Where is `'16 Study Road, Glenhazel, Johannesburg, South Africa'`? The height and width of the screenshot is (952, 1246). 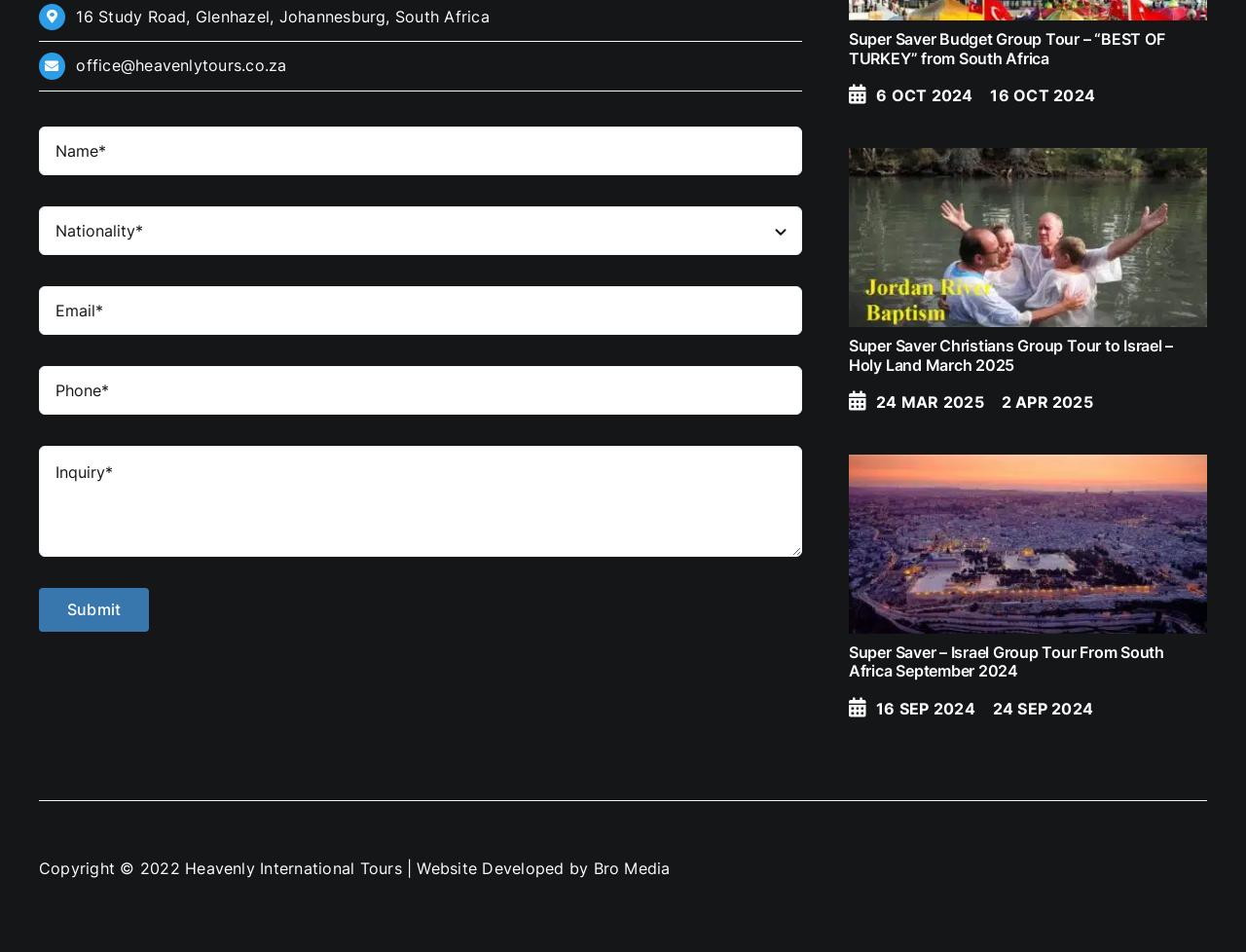
'16 Study Road, Glenhazel, Johannesburg, South Africa' is located at coordinates (281, 16).